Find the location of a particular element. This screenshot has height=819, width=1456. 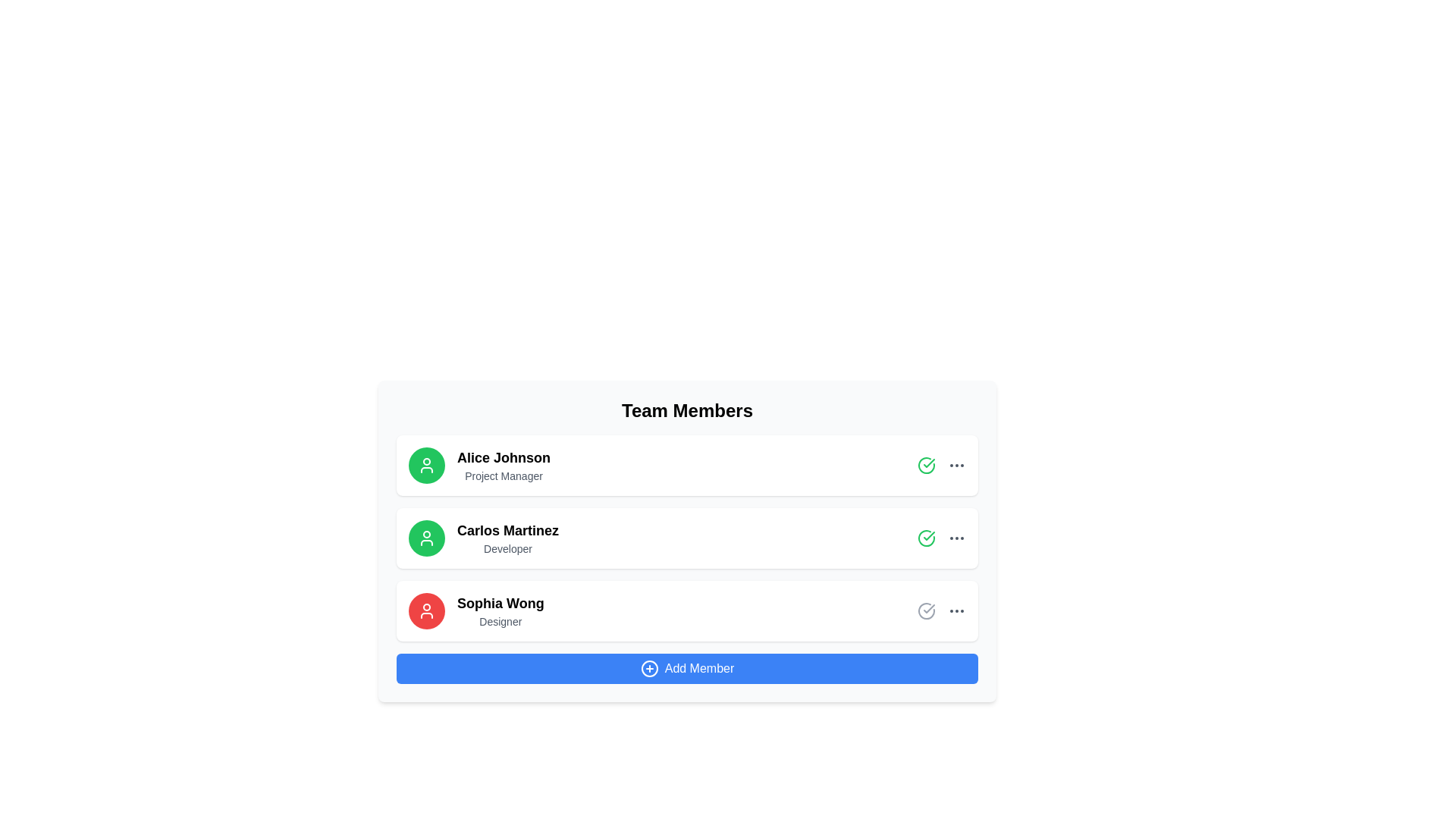

the user profile picture icon for 'Alice Johnson' located at the top-left corner of her information card is located at coordinates (425, 464).